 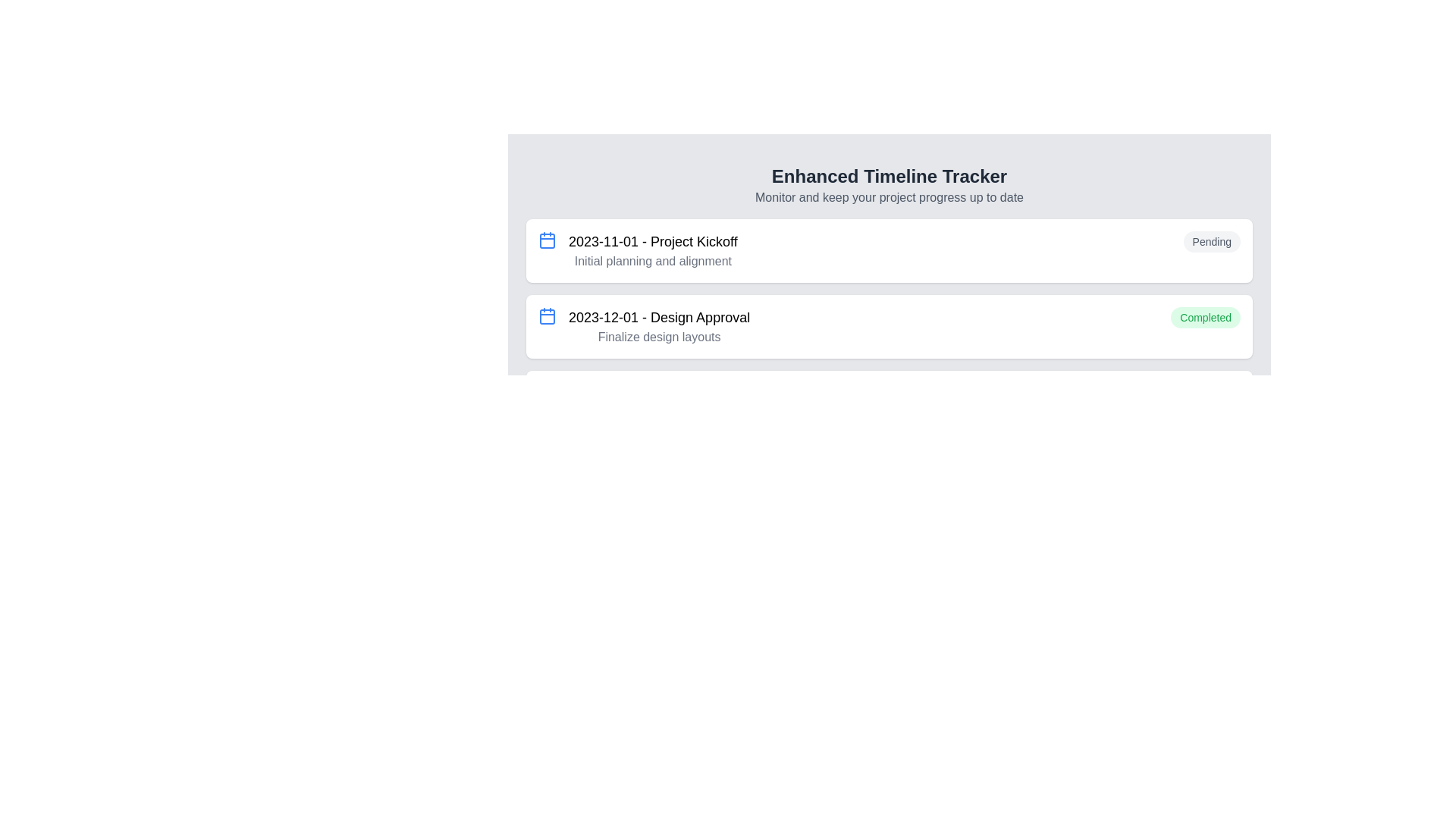 I want to click on the first timeline item in the upper-middle portion of the interface, so click(x=889, y=250).